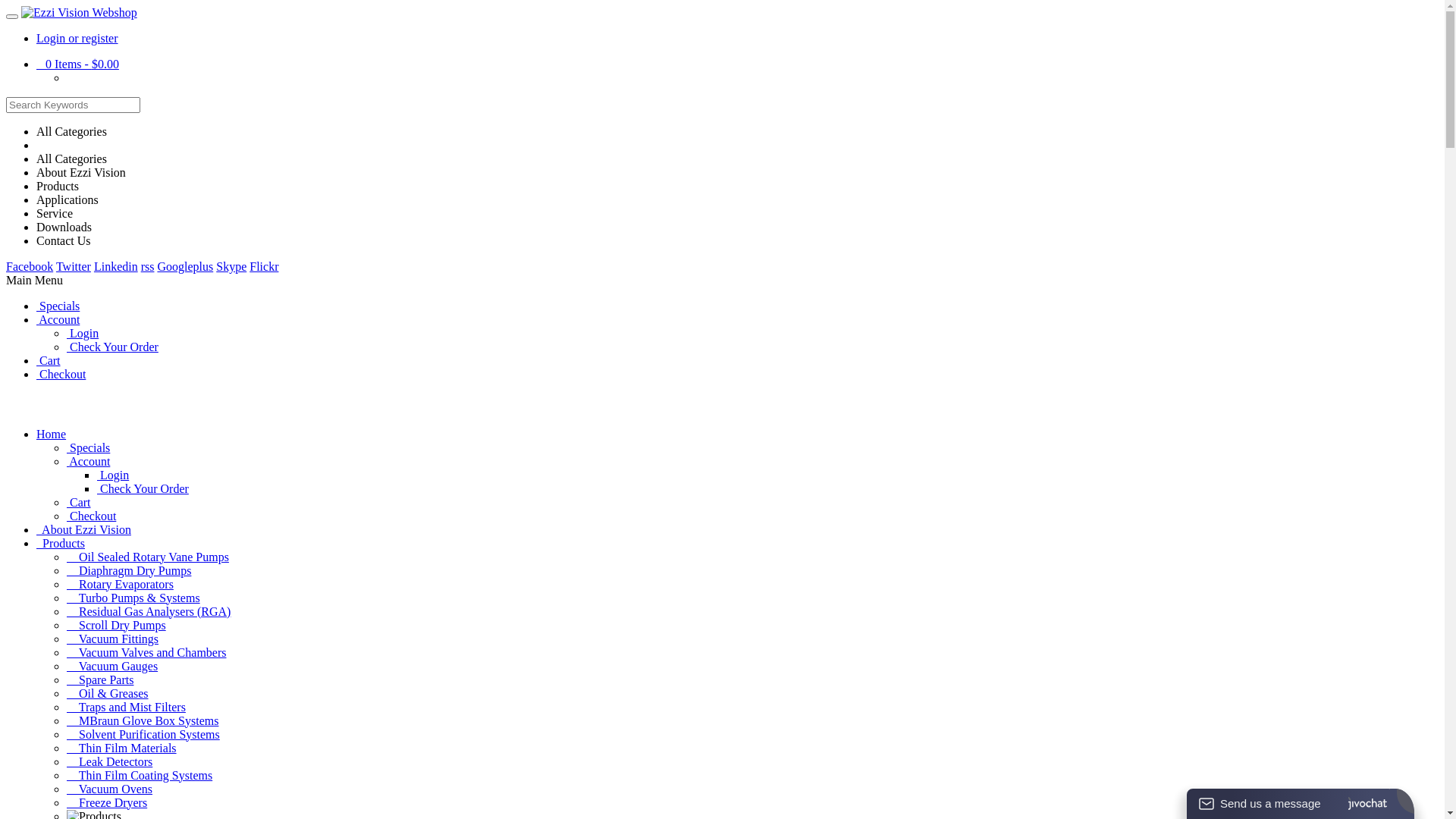 The width and height of the screenshot is (1456, 819). What do you see at coordinates (231, 265) in the screenshot?
I see `'Skype'` at bounding box center [231, 265].